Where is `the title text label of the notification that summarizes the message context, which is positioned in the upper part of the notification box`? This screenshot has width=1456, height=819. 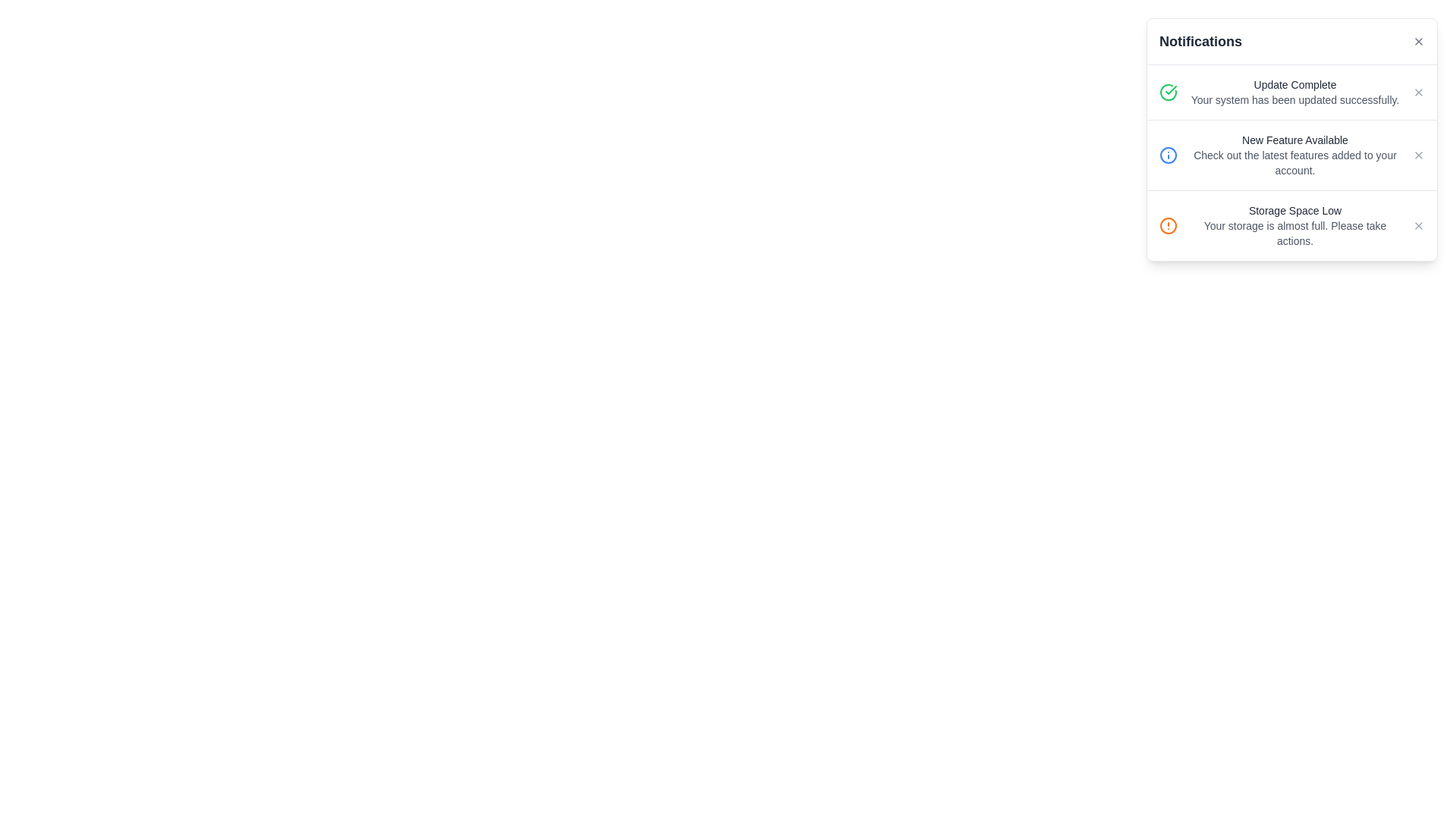
the title text label of the notification that summarizes the message context, which is positioned in the upper part of the notification box is located at coordinates (1294, 140).